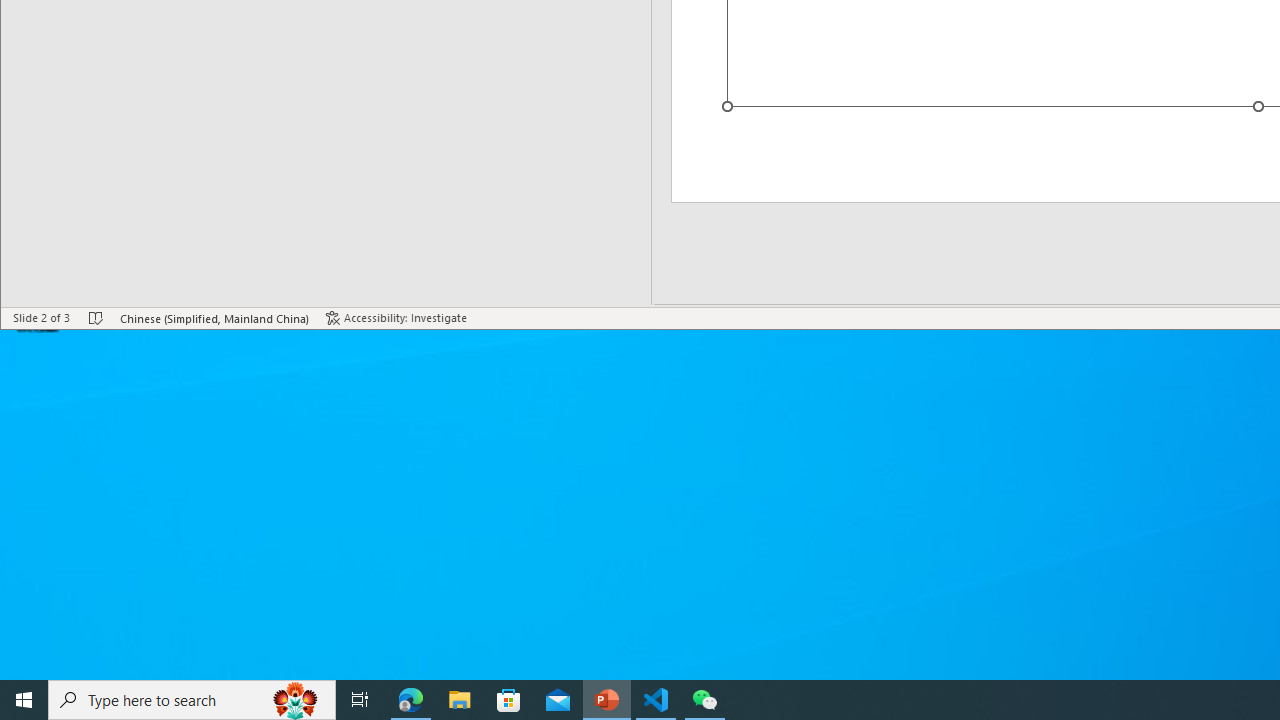 The width and height of the screenshot is (1280, 720). What do you see at coordinates (410, 698) in the screenshot?
I see `'Microsoft Edge - 1 running window'` at bounding box center [410, 698].